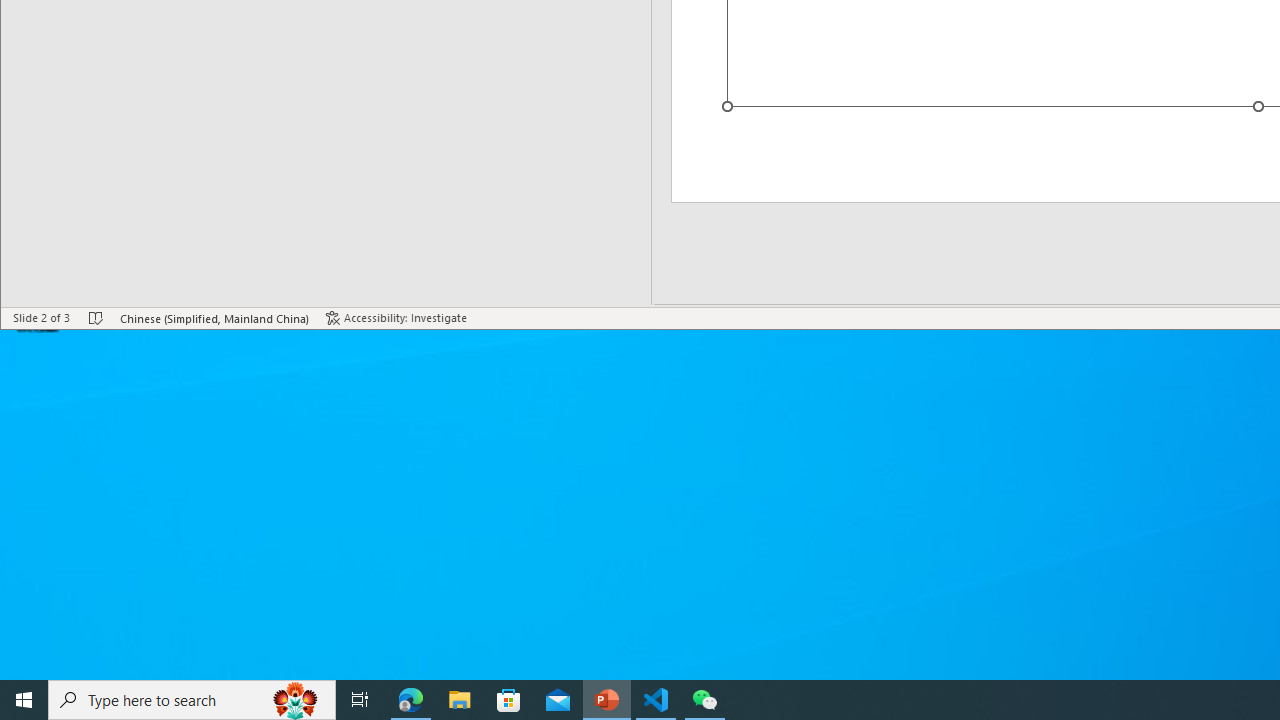 The width and height of the screenshot is (1280, 720). What do you see at coordinates (410, 698) in the screenshot?
I see `'Microsoft Edge - 1 running window'` at bounding box center [410, 698].